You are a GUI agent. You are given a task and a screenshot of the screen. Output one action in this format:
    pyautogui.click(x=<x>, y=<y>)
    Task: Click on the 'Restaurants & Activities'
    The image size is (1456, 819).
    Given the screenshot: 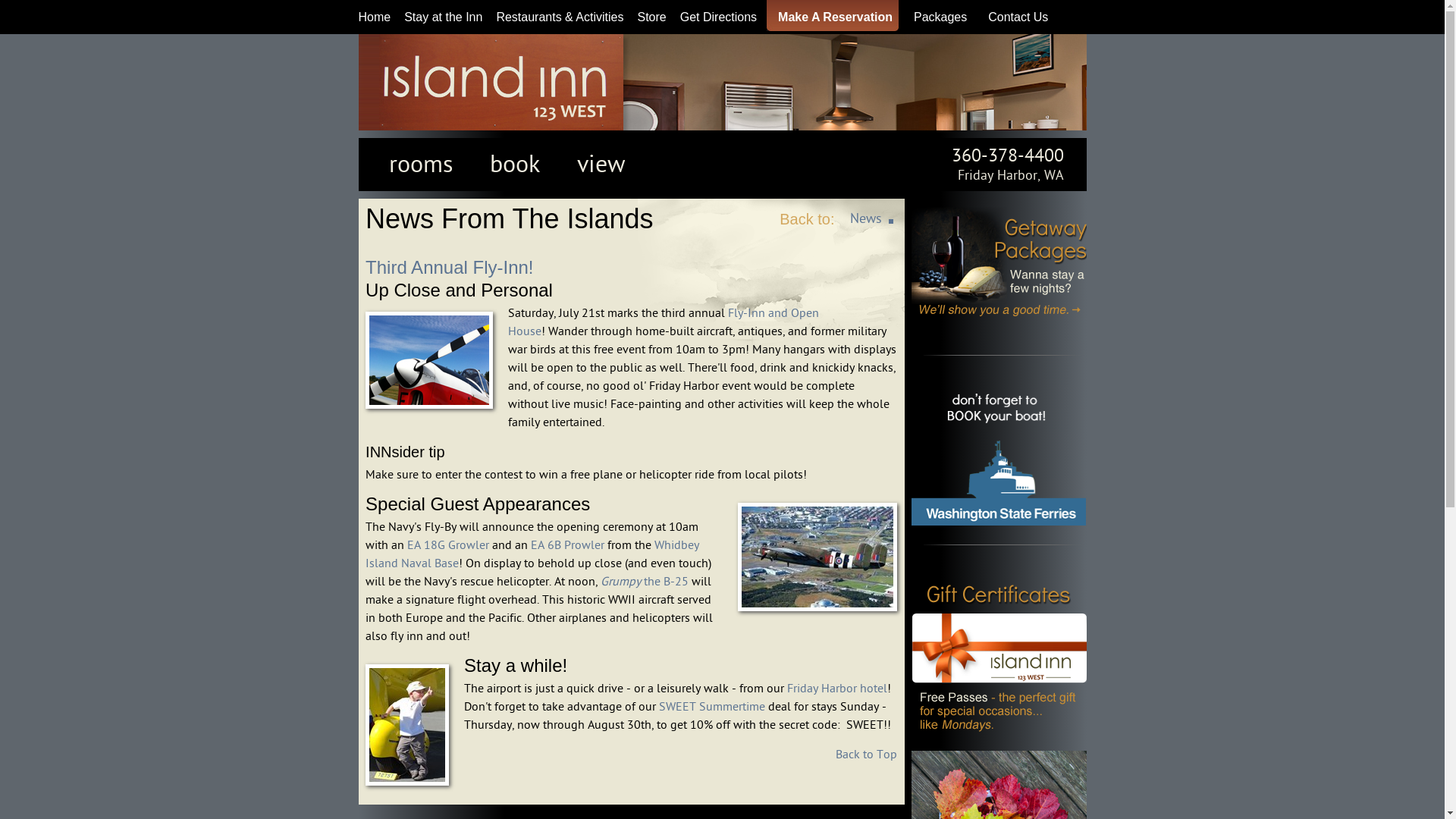 What is the action you would take?
    pyautogui.click(x=495, y=17)
    